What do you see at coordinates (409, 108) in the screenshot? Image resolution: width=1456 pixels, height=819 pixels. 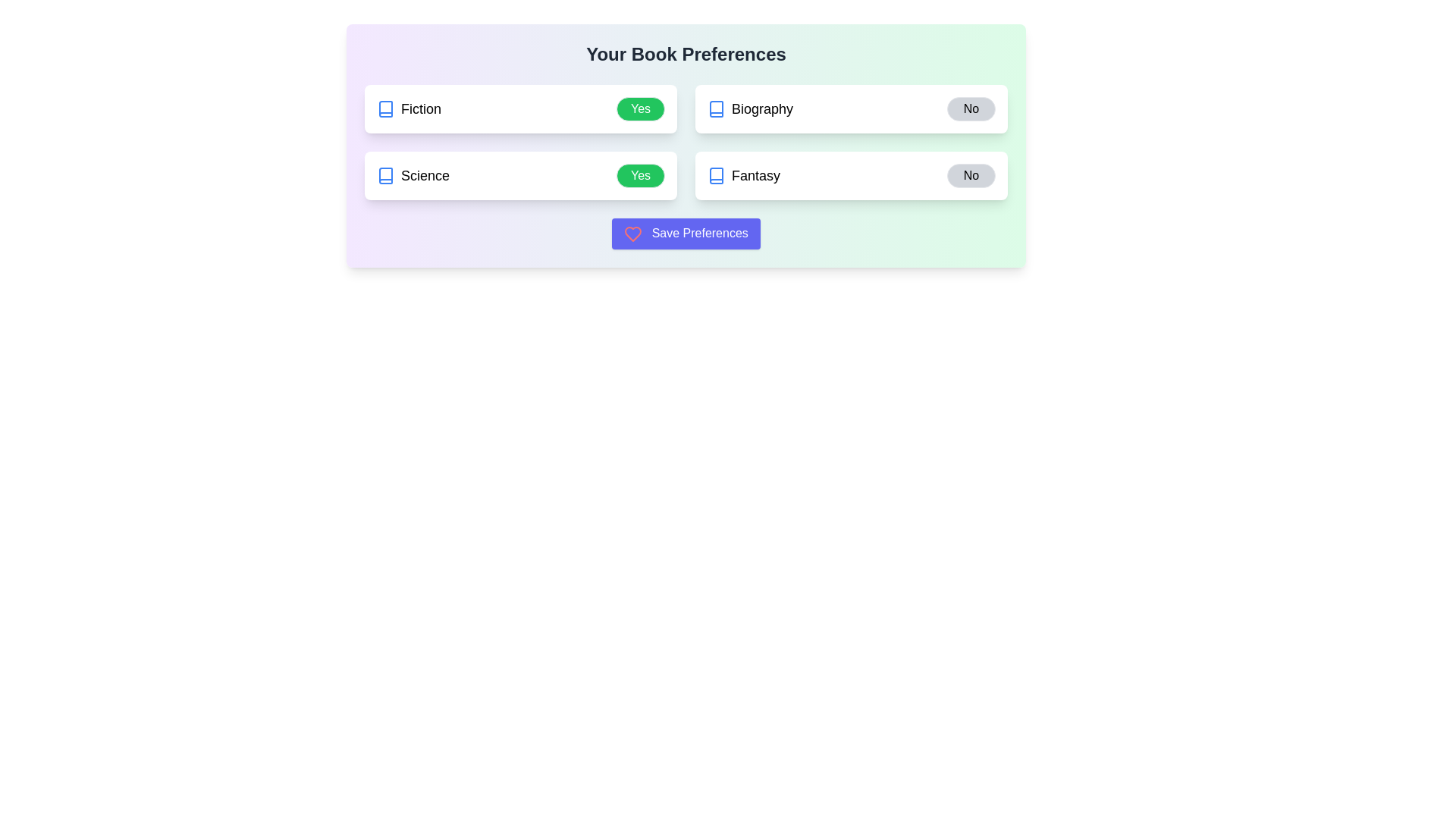 I see `the Fiction to observe feedback` at bounding box center [409, 108].